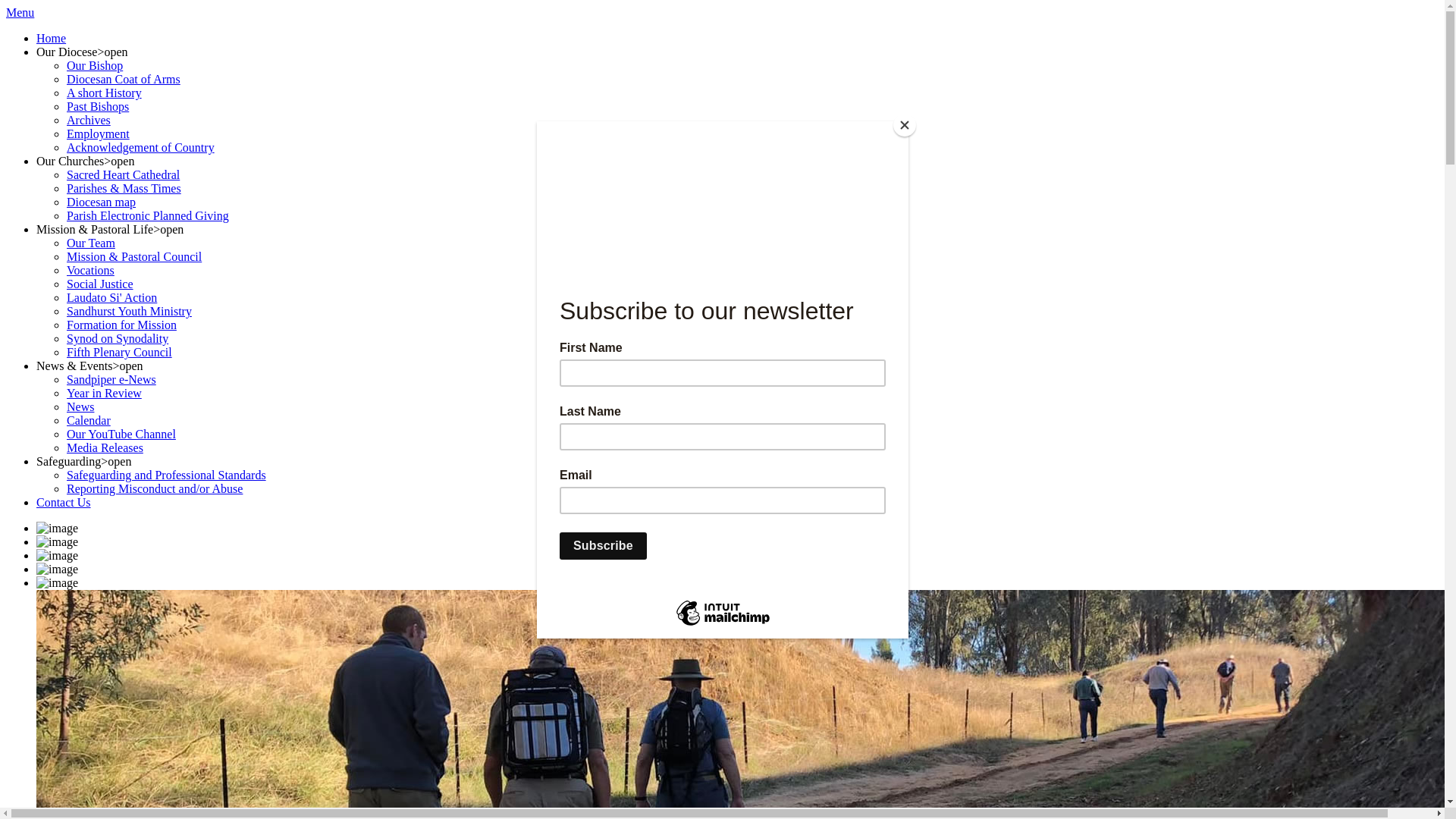  What do you see at coordinates (111, 297) in the screenshot?
I see `'Laudato Si' Action'` at bounding box center [111, 297].